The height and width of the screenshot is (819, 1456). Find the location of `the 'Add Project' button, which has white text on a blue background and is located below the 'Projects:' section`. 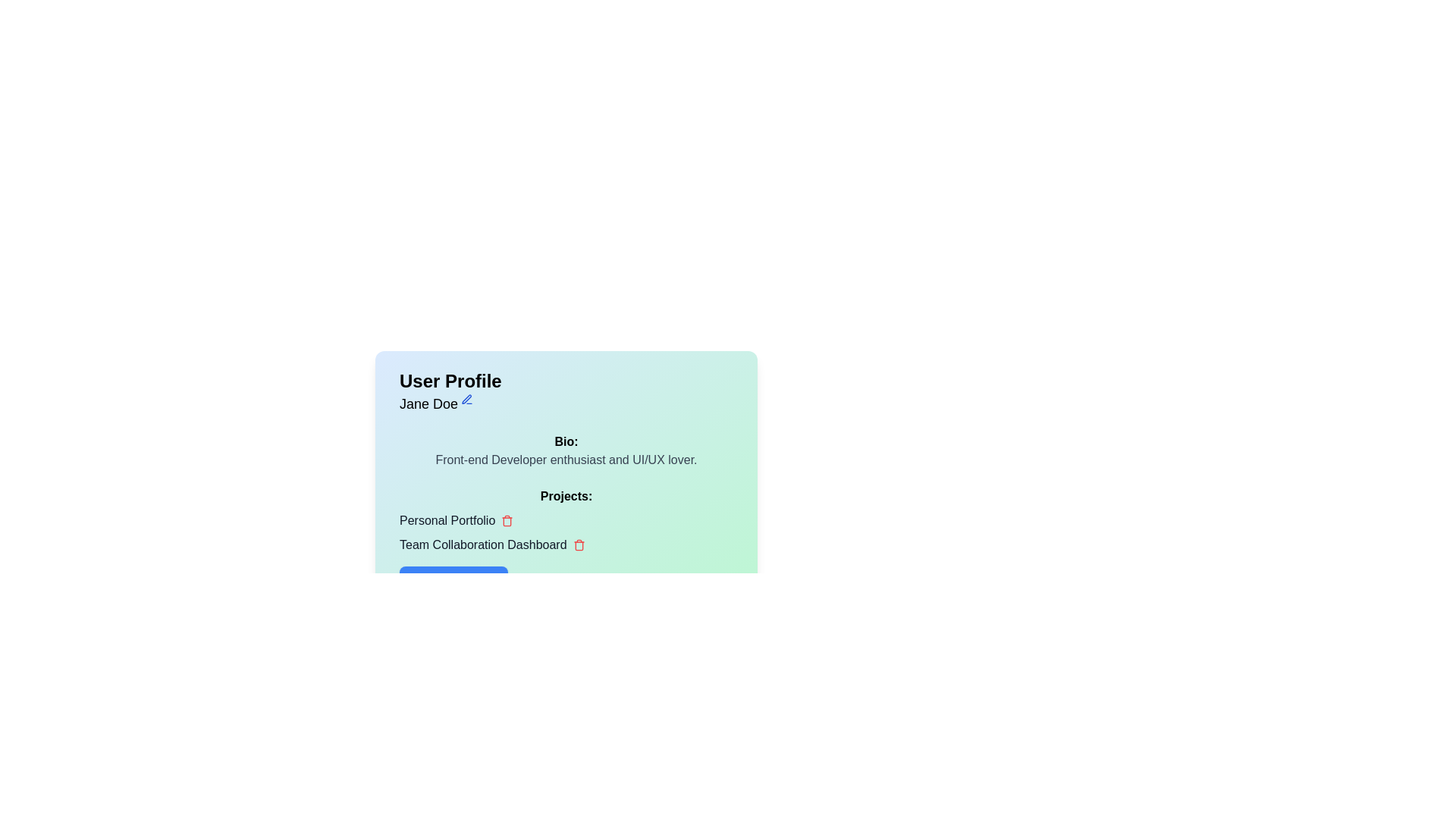

the 'Add Project' button, which has white text on a blue background and is located below the 'Projects:' section is located at coordinates (453, 581).